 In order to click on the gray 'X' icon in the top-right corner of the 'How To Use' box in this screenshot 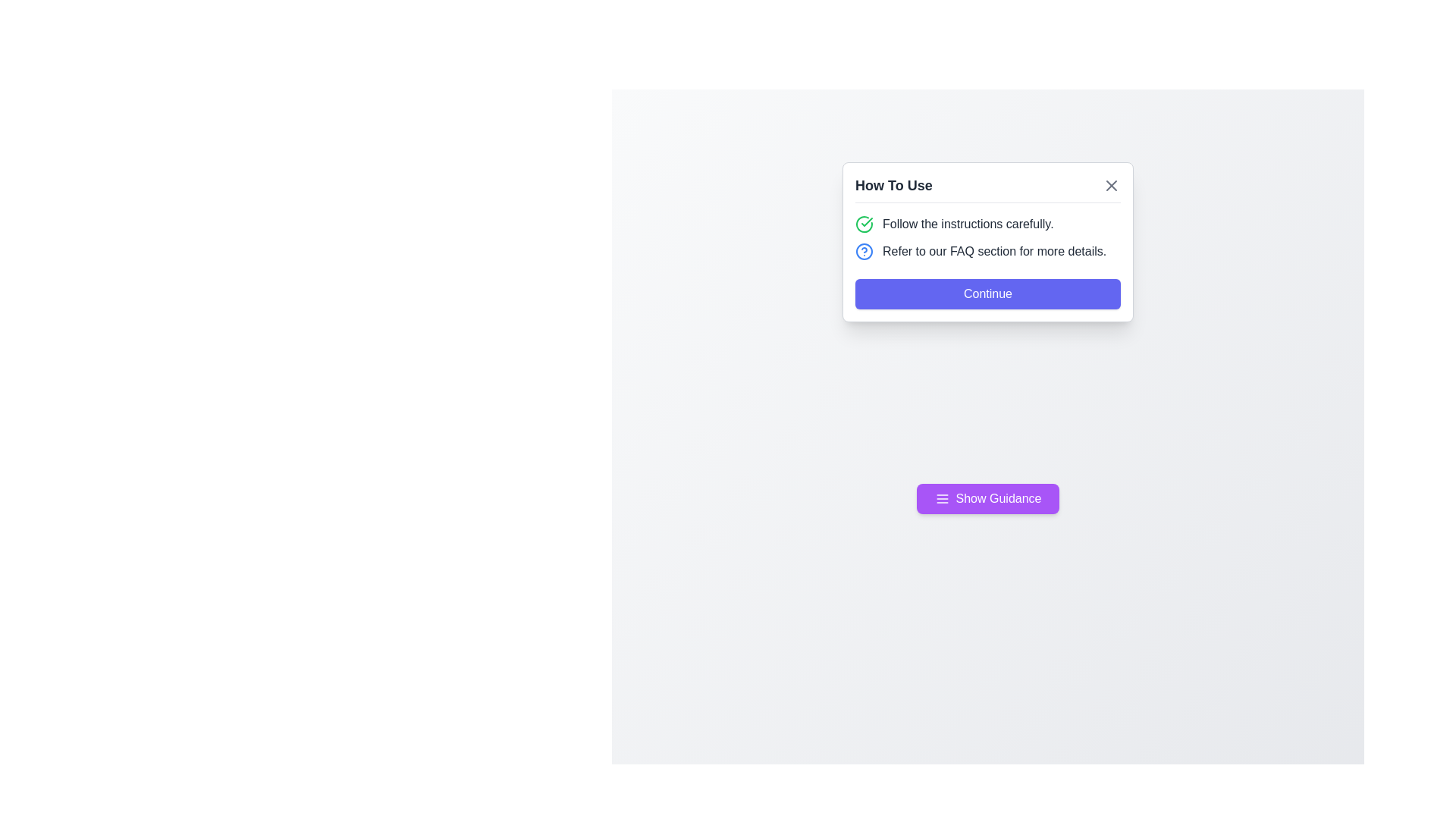, I will do `click(1111, 185)`.